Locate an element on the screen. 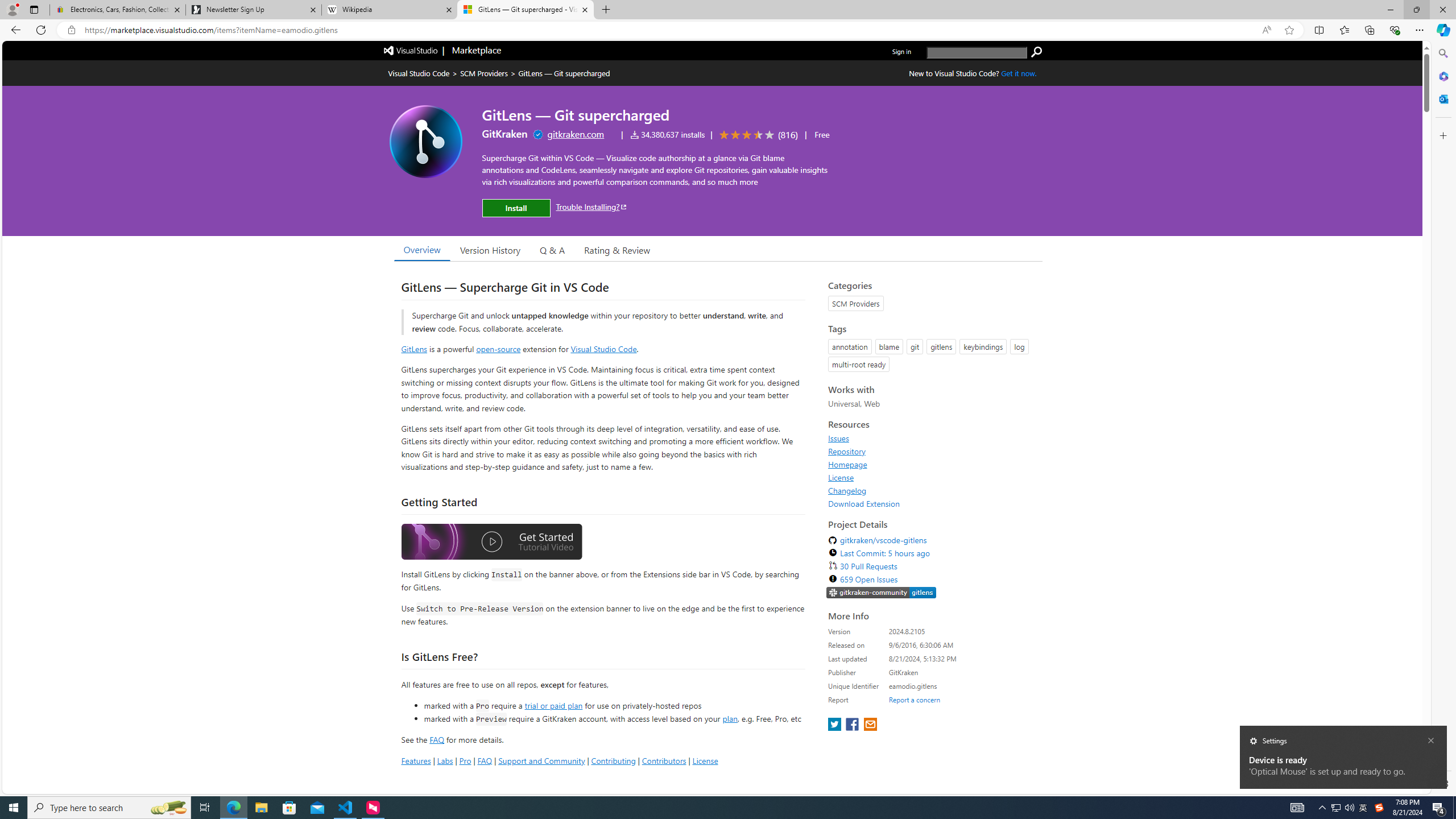 Image resolution: width=1456 pixels, height=819 pixels. 'Labs' is located at coordinates (445, 760).